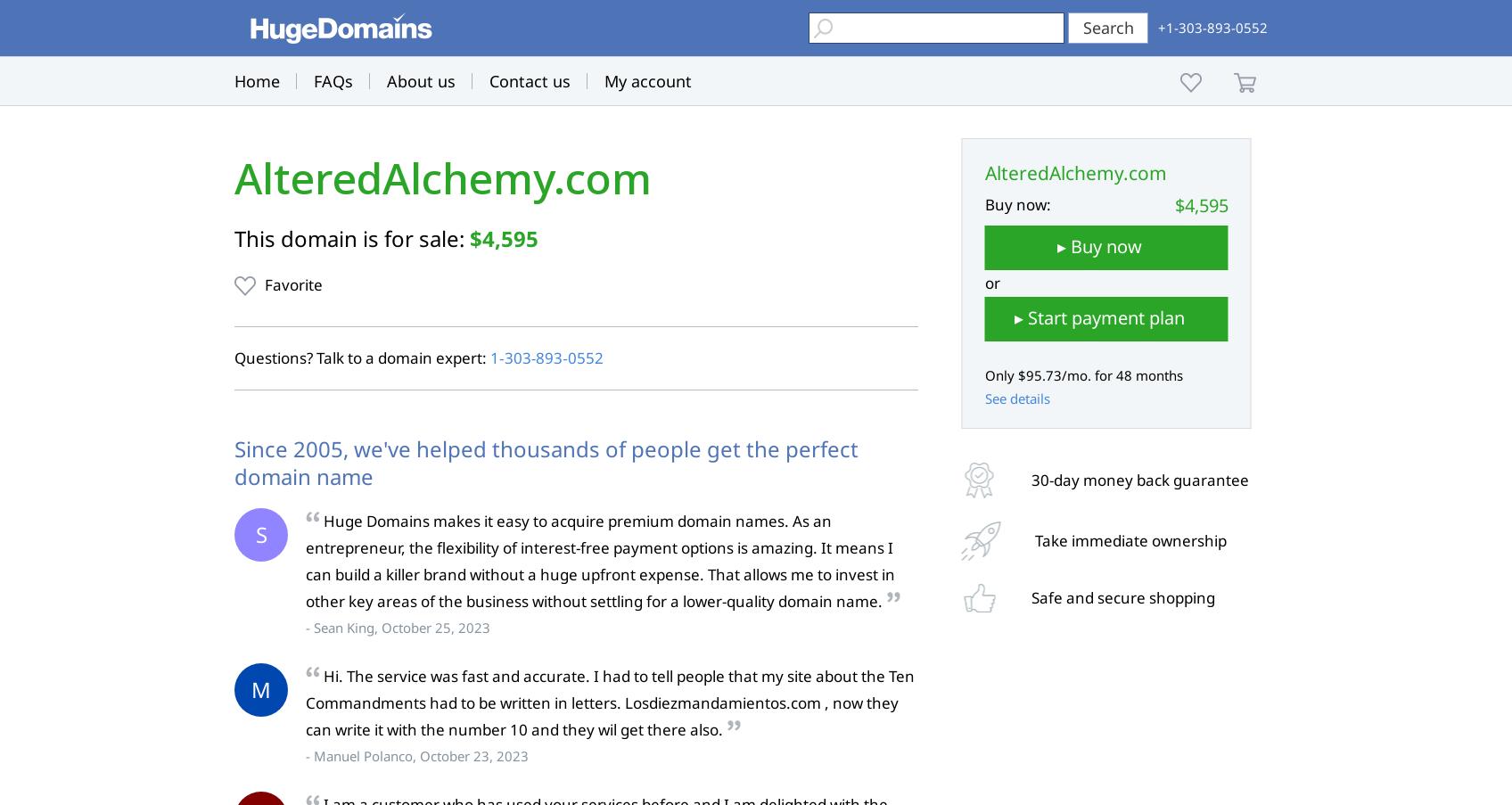  What do you see at coordinates (1106, 26) in the screenshot?
I see `'Search'` at bounding box center [1106, 26].